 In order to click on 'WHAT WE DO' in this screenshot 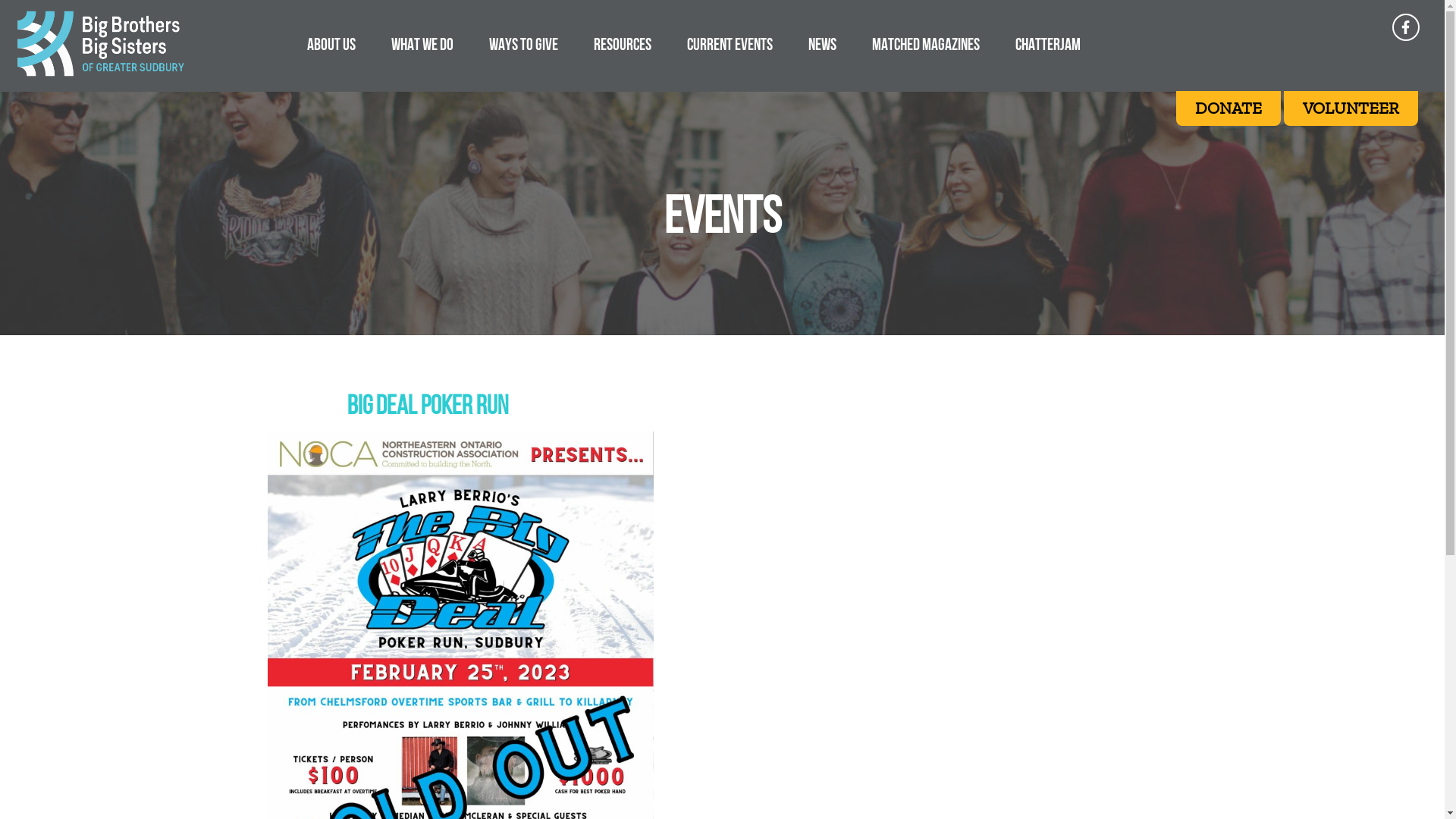, I will do `click(422, 43)`.